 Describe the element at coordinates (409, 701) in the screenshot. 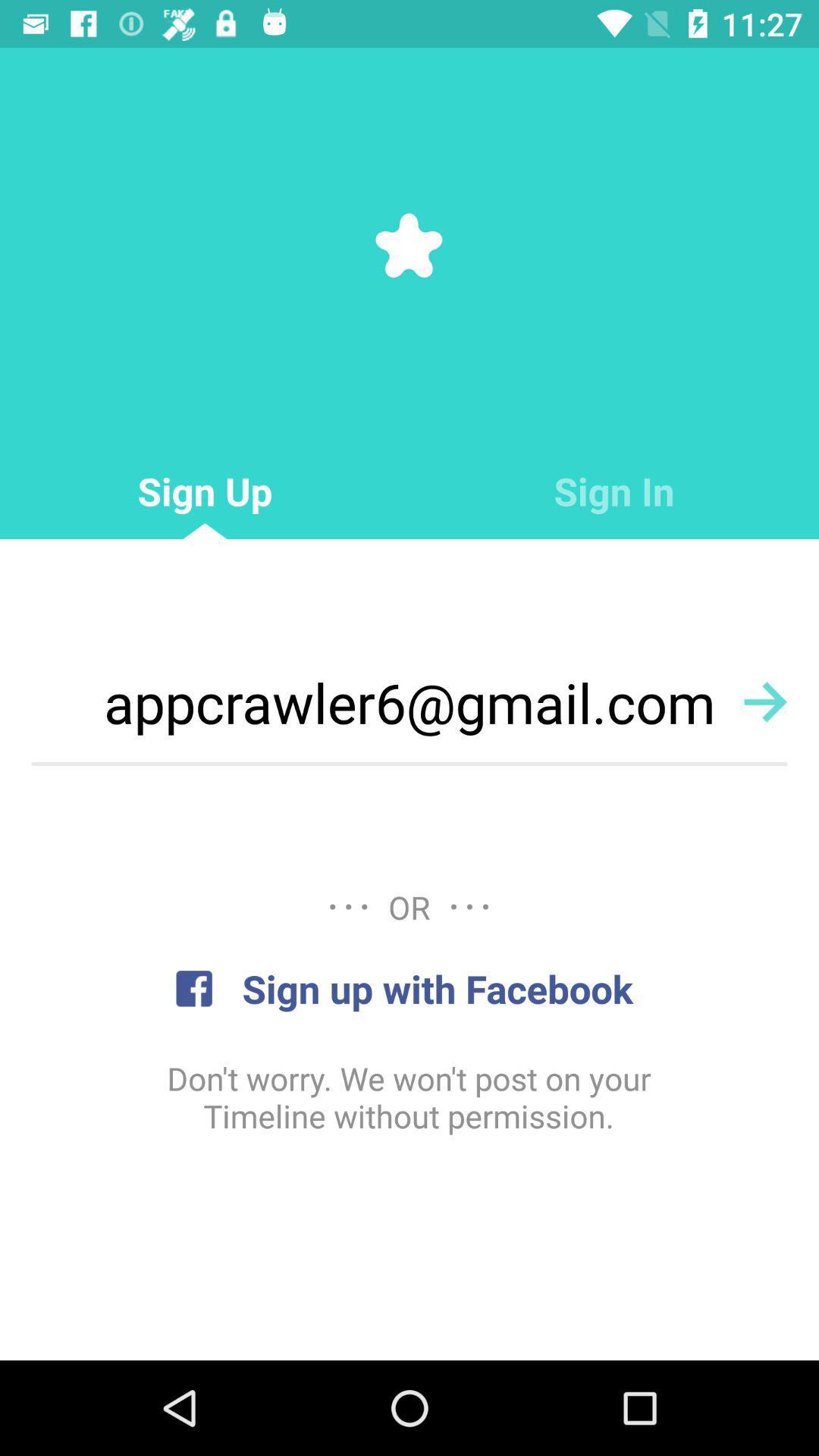

I see `the icon below the sign up` at that location.